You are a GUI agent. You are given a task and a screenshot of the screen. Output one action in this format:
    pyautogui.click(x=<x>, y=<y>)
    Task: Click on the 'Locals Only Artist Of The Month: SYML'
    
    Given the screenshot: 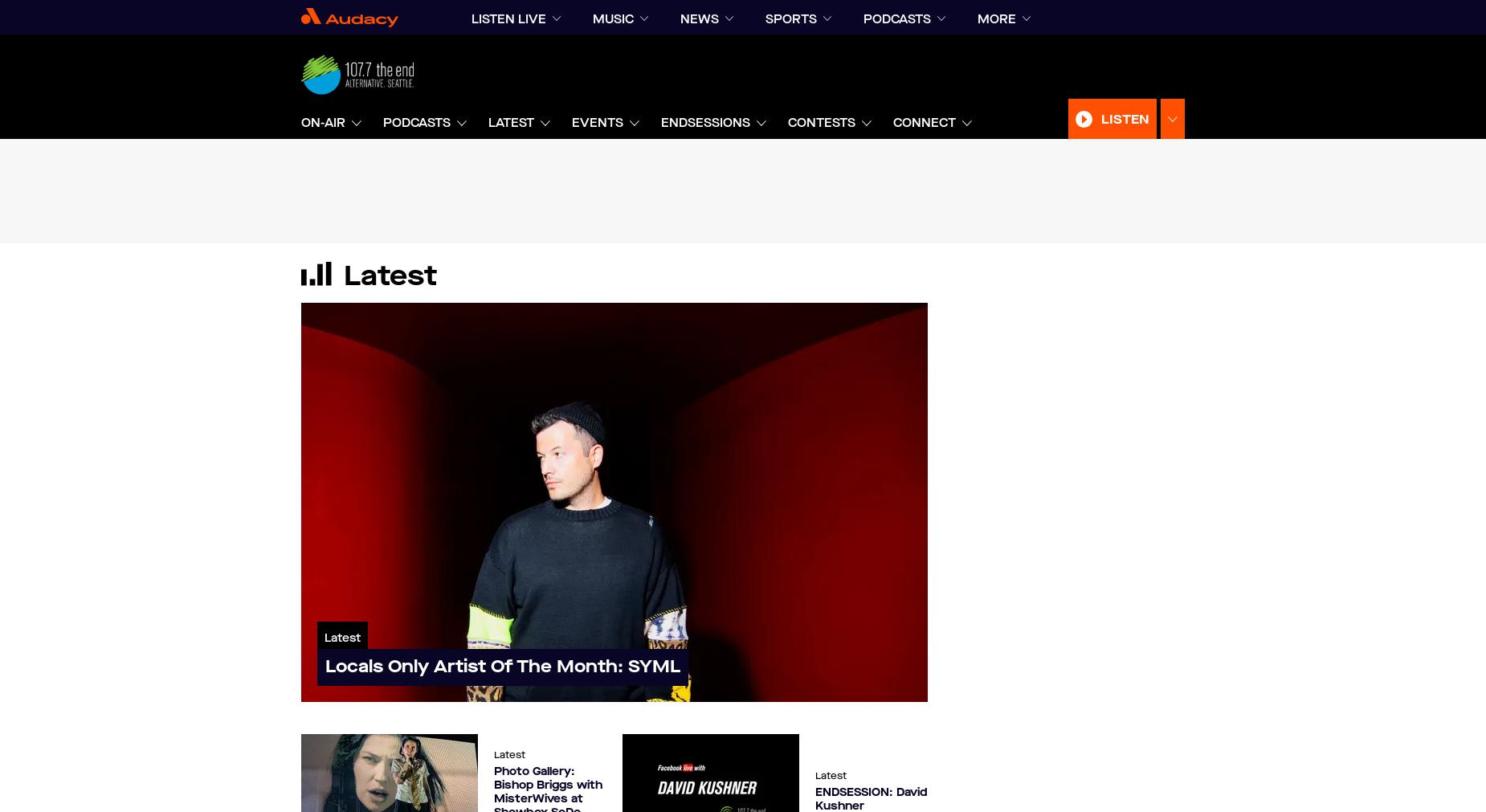 What is the action you would take?
    pyautogui.click(x=503, y=665)
    